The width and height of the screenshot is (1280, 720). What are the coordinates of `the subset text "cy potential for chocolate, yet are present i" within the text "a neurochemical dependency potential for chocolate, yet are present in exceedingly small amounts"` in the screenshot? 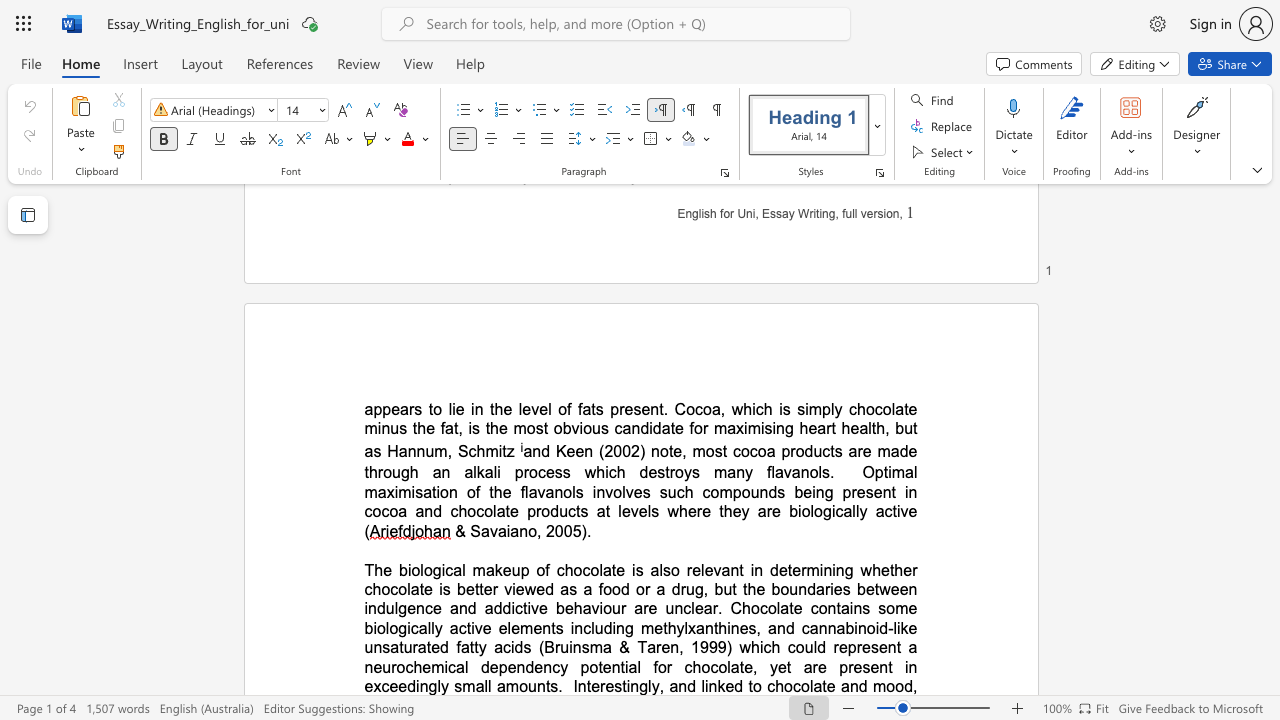 It's located at (552, 667).